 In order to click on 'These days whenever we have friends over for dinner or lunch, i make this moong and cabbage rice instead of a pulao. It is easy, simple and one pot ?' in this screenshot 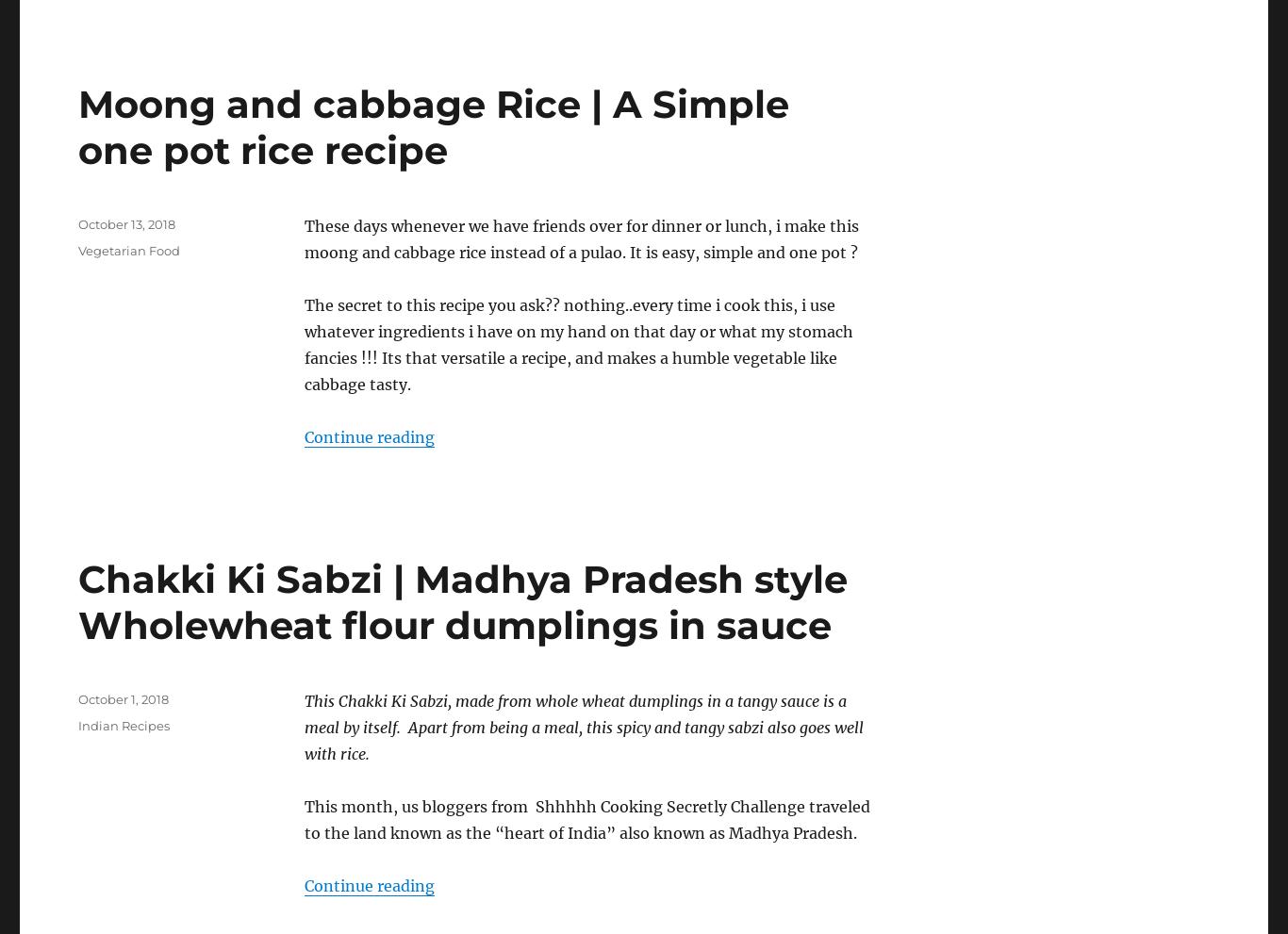, I will do `click(305, 238)`.